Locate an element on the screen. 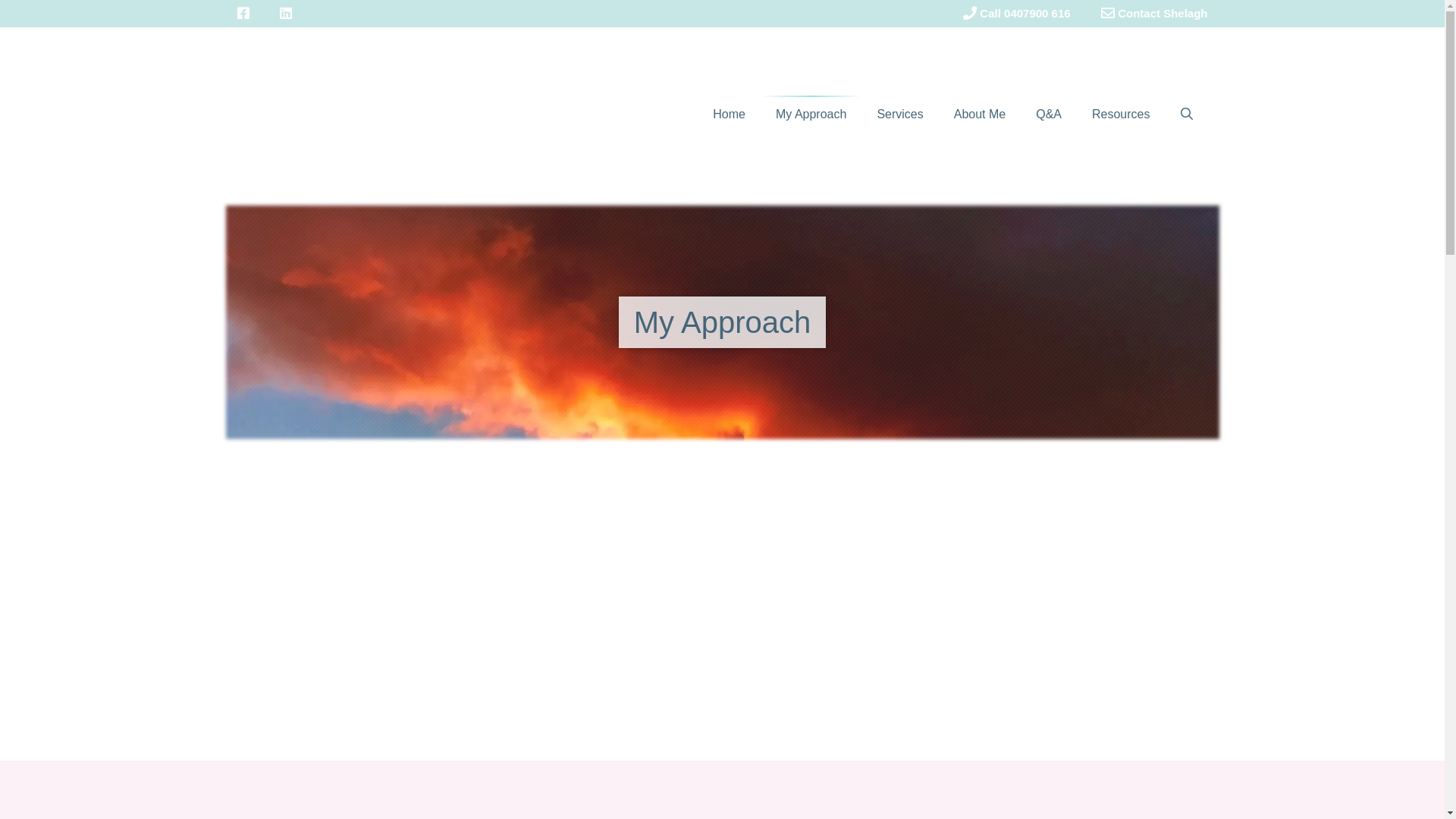 The image size is (1456, 819). 'Services' is located at coordinates (899, 113).